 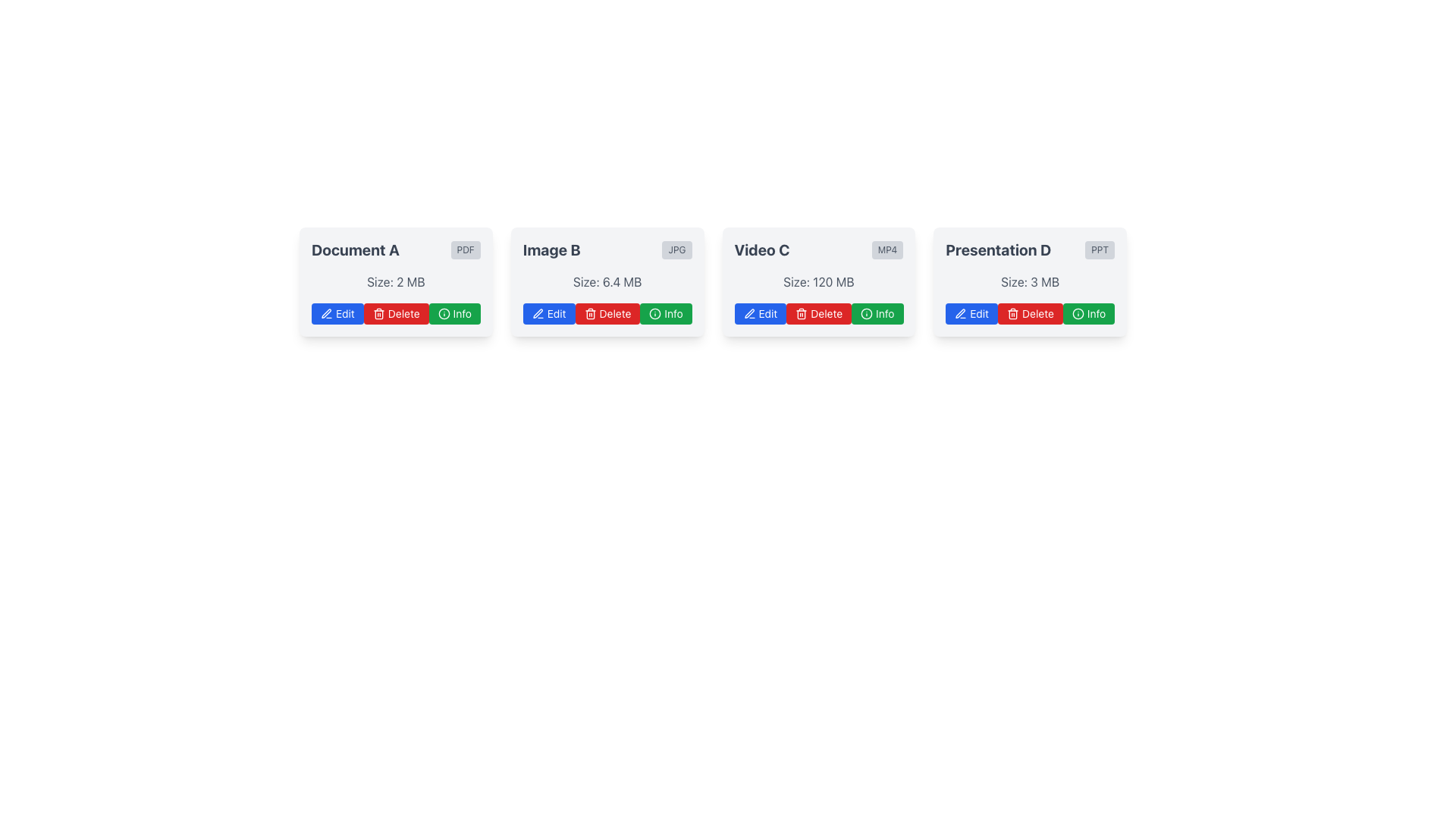 What do you see at coordinates (607, 312) in the screenshot?
I see `the 'Delete' button in the button group located below the text 'Size: 6.4 MB' on the card labeled 'Image B'` at bounding box center [607, 312].